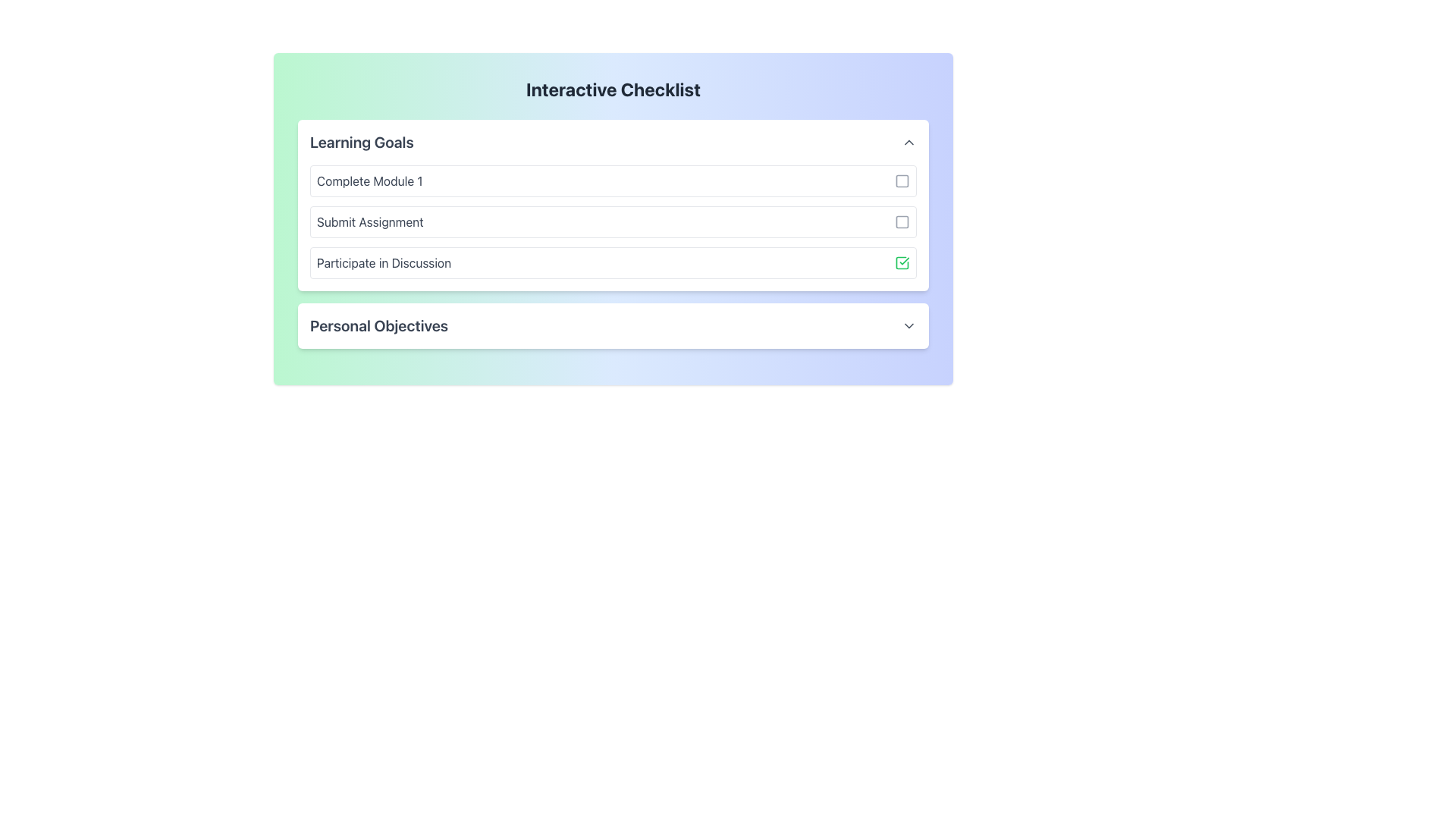 Image resolution: width=1456 pixels, height=819 pixels. Describe the element at coordinates (909, 325) in the screenshot. I see `the downward-facing chevron icon located to the far right of the 'Personal Objectives' header` at that location.